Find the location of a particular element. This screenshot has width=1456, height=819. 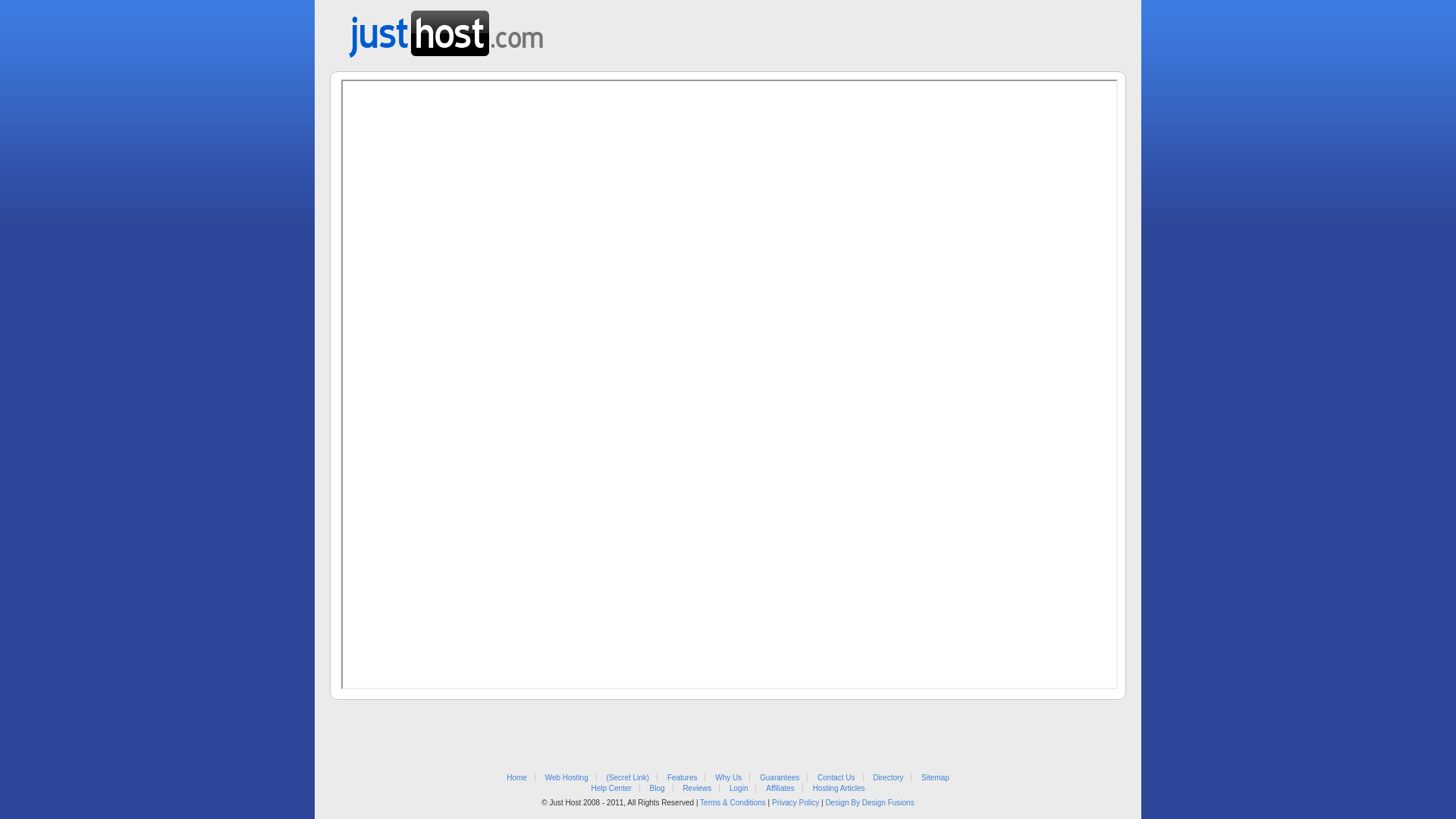

'(Secret Link)' is located at coordinates (628, 777).